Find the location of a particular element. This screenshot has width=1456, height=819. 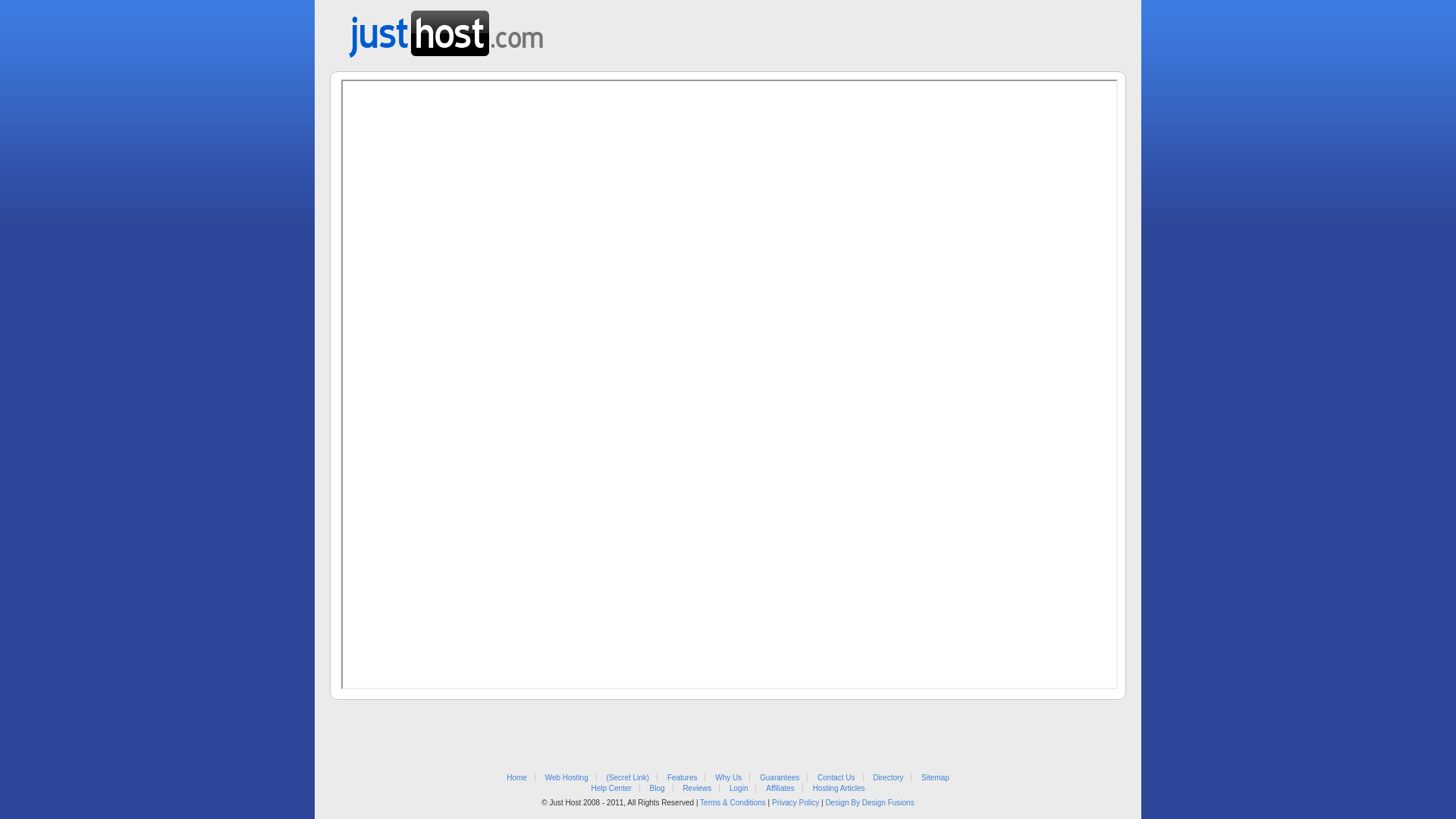

'(Secret Link)' is located at coordinates (628, 777).